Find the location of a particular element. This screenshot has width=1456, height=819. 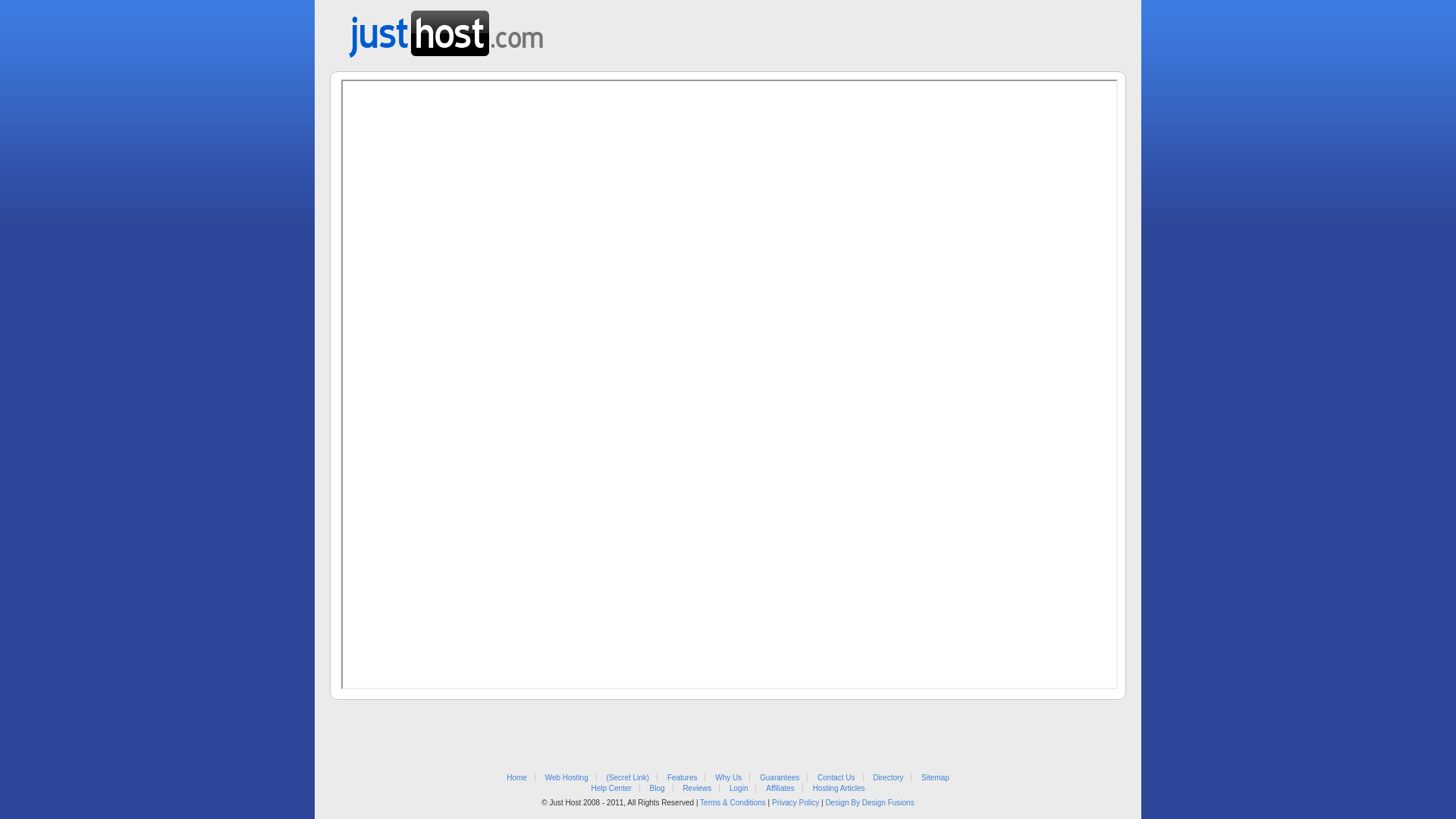

'(Secret Link)' is located at coordinates (628, 777).